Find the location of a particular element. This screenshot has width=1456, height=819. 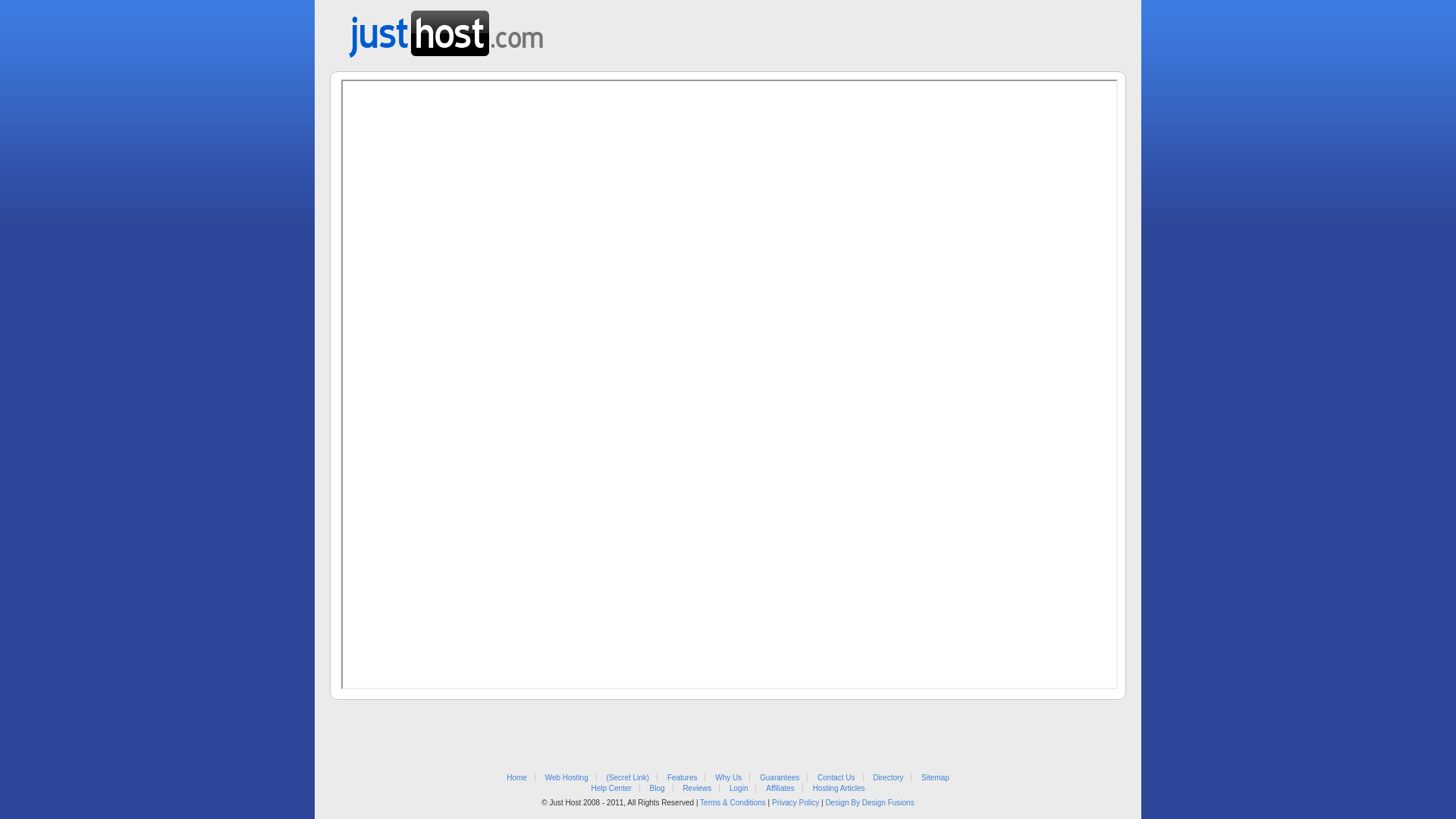

'(Secret Link)' is located at coordinates (628, 777).